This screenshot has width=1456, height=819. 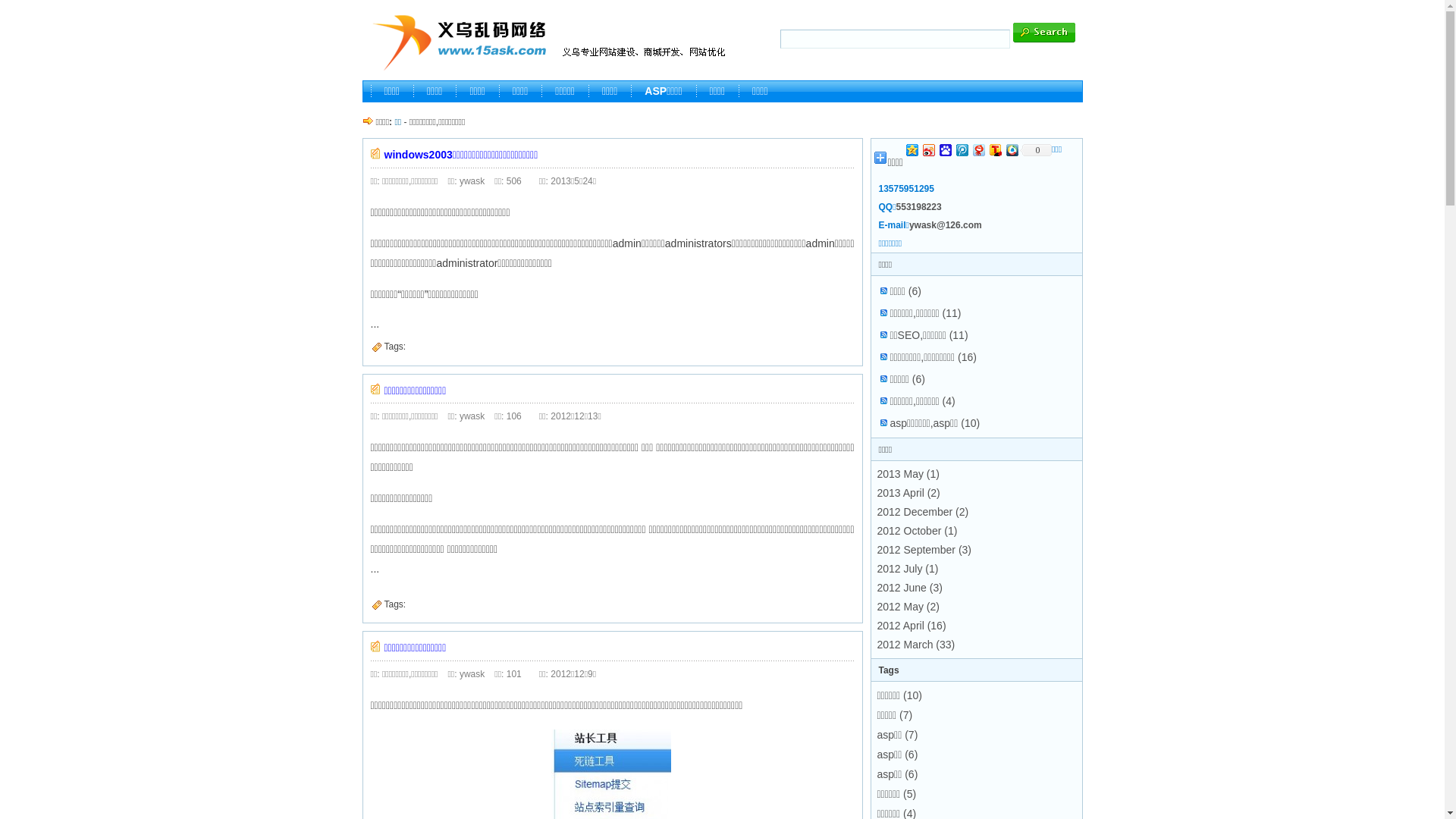 What do you see at coordinates (877, 568) in the screenshot?
I see `'2012 July (1)'` at bounding box center [877, 568].